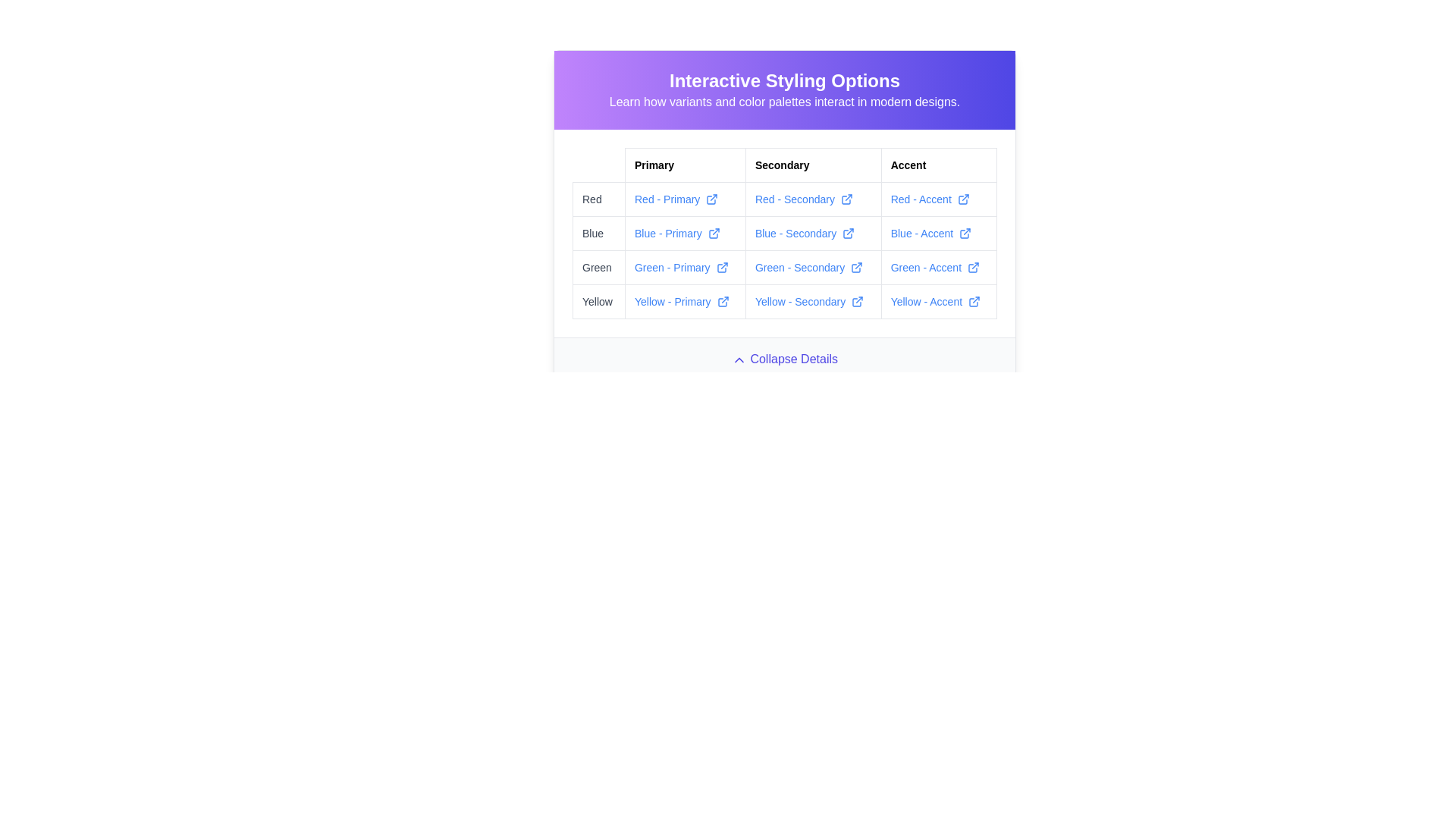 The height and width of the screenshot is (819, 1456). I want to click on the hyperlink 'Red - Secondary' with an external link icon, so click(785, 198).